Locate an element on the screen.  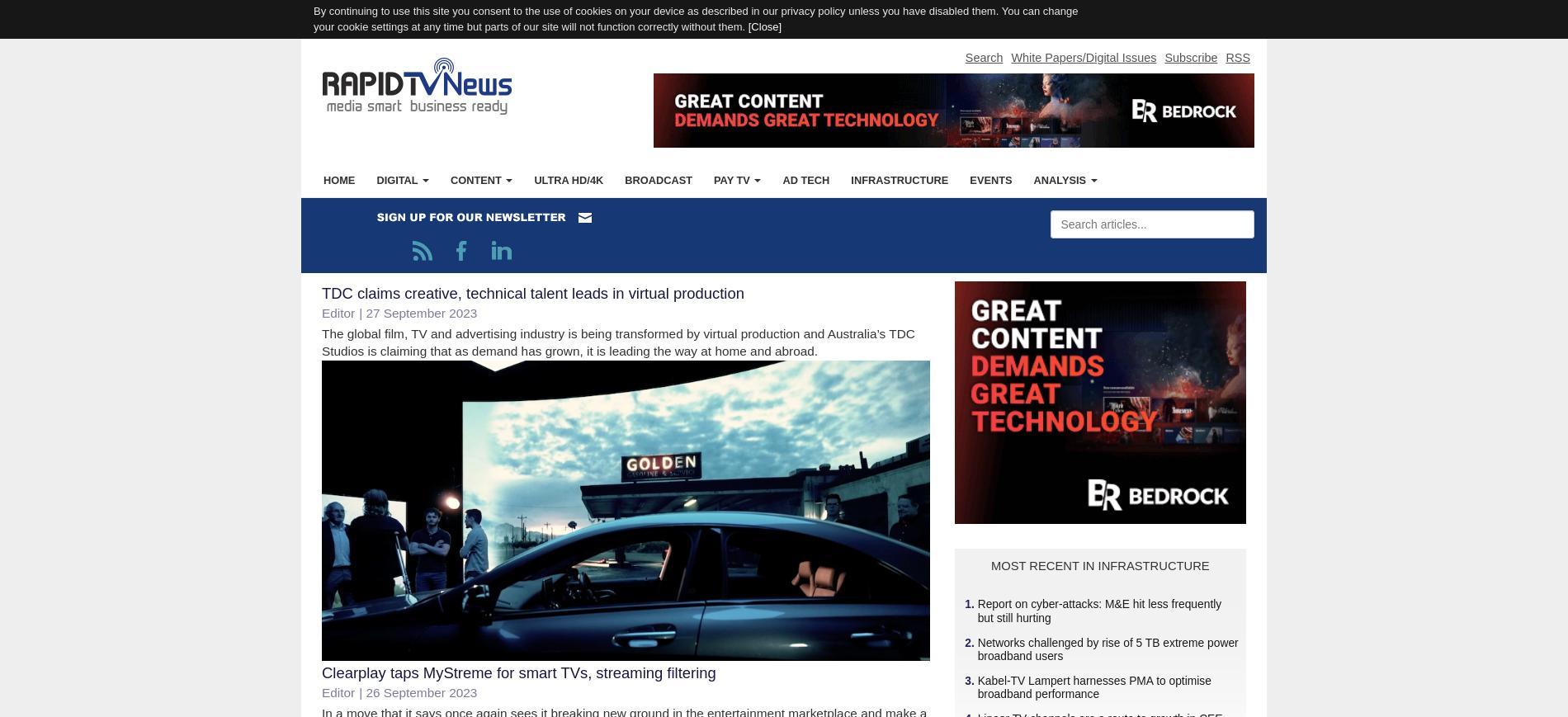
'[Close]' is located at coordinates (763, 25).